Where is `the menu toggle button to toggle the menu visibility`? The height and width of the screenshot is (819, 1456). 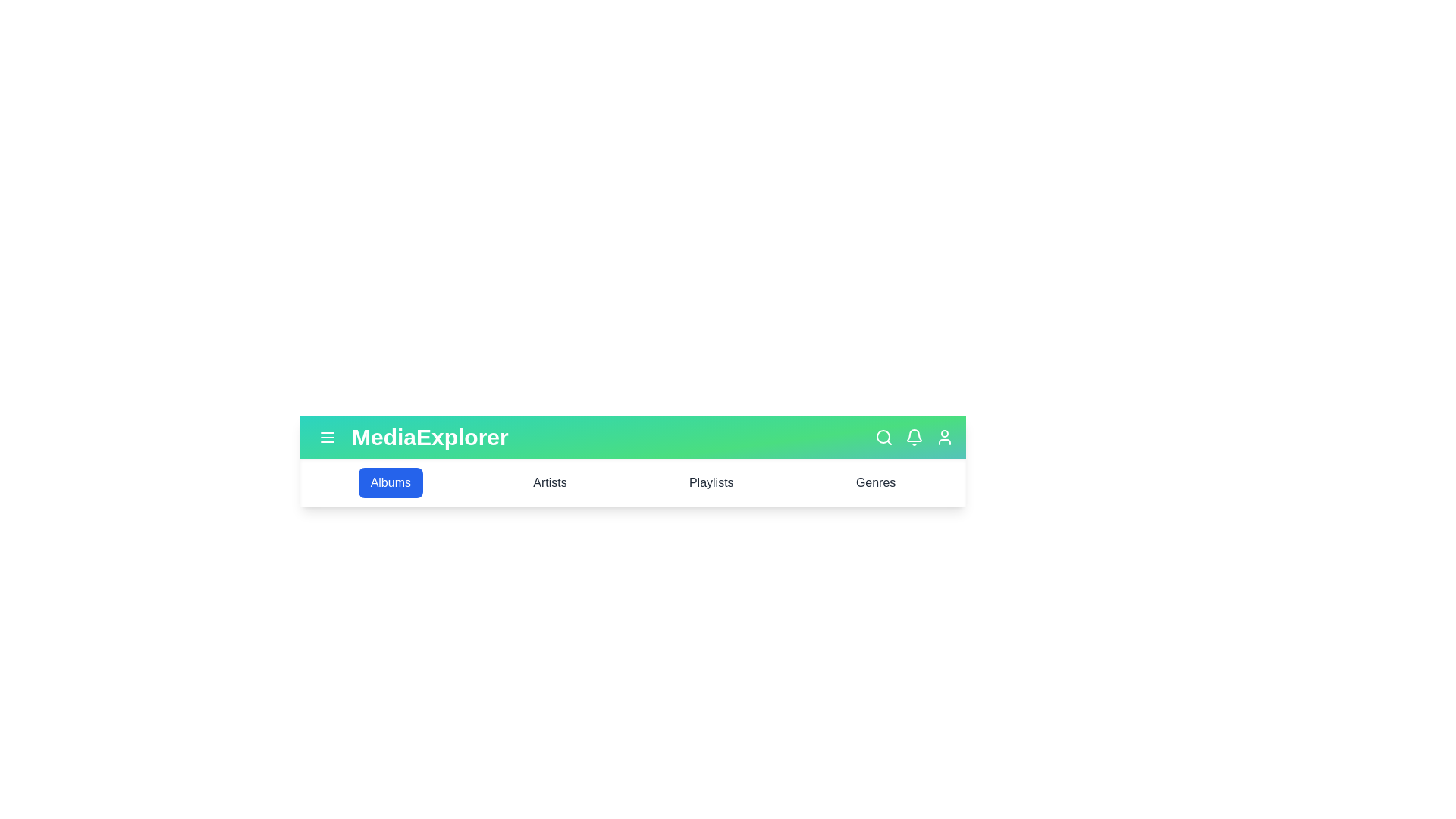
the menu toggle button to toggle the menu visibility is located at coordinates (327, 438).